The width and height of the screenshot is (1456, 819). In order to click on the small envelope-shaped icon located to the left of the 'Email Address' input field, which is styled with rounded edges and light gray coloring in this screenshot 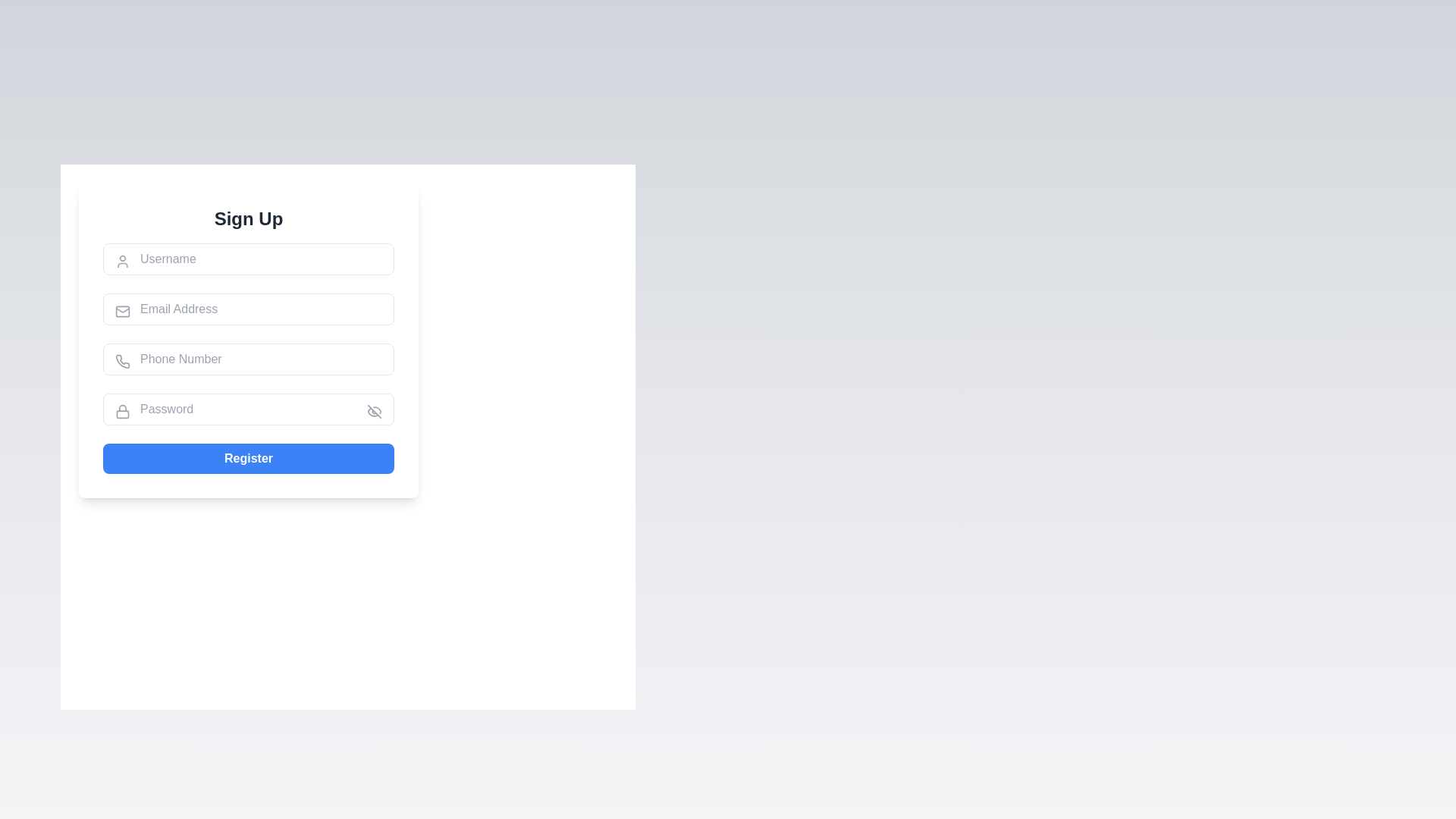, I will do `click(123, 311)`.